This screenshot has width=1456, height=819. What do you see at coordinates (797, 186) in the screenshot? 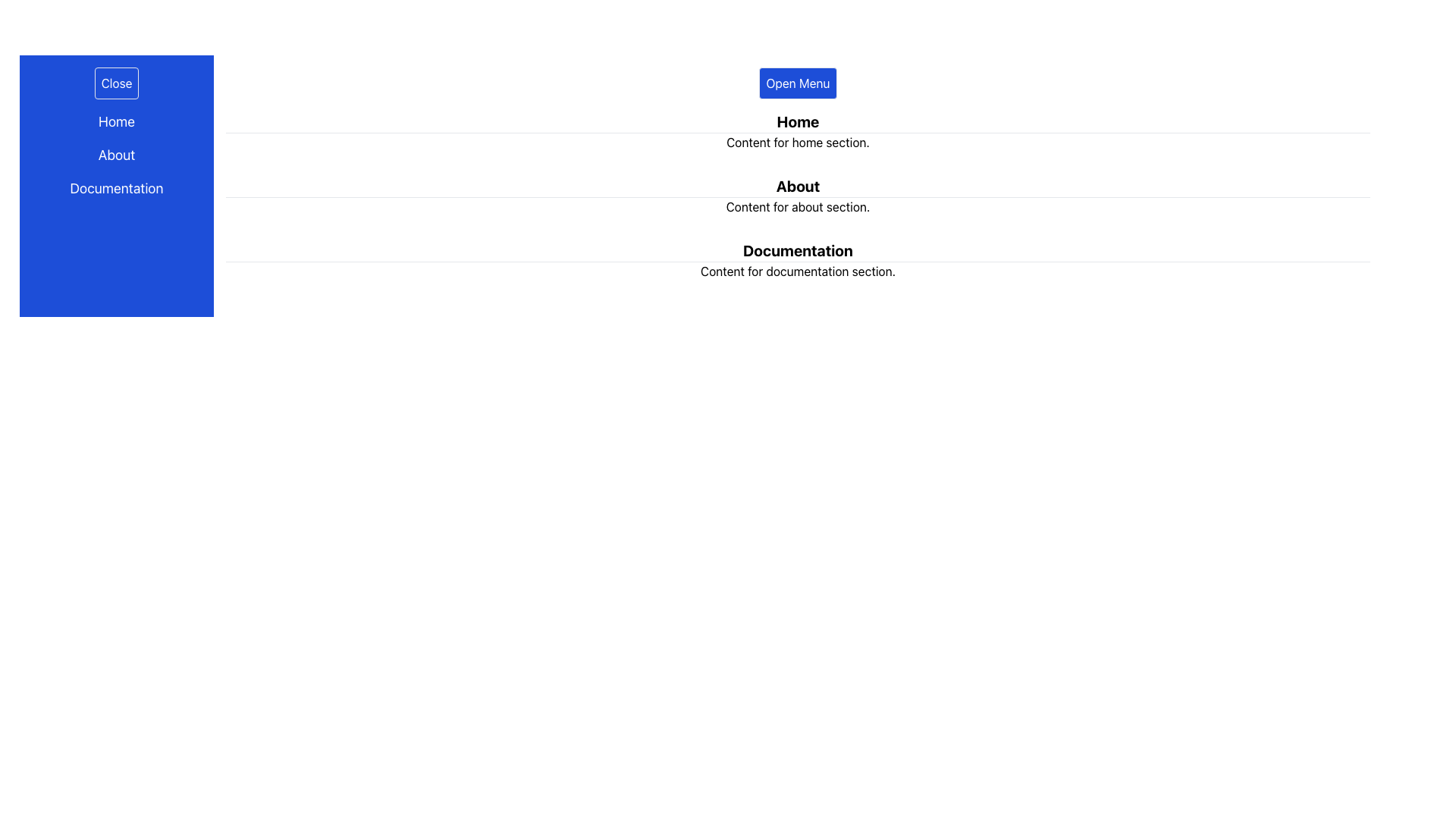
I see `the 'About' section title Text Label, which is positioned between the 'Home' and 'Documentation' sections in a vertically stacked layout` at bounding box center [797, 186].